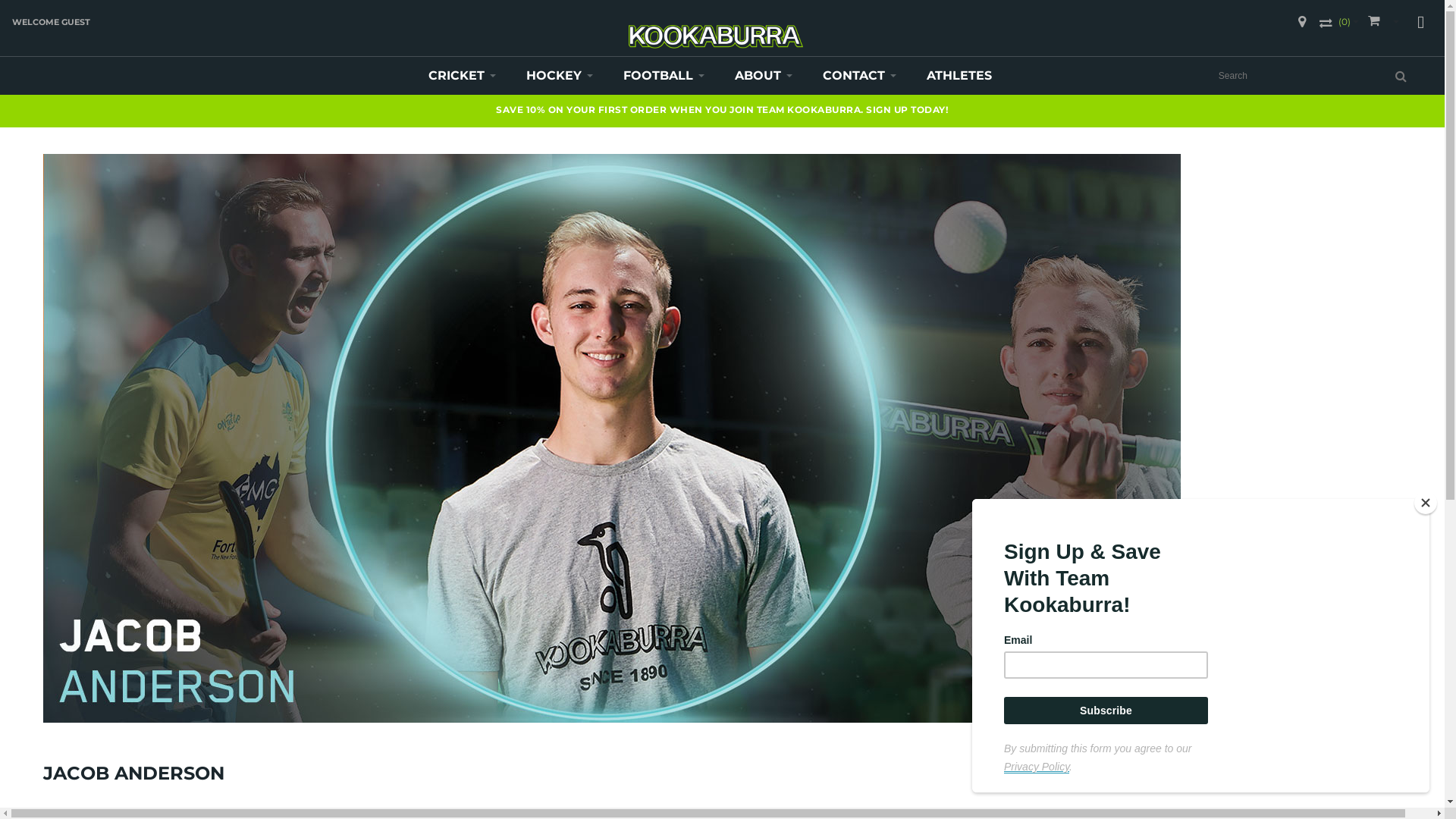 The width and height of the screenshot is (1456, 819). Describe the element at coordinates (959, 76) in the screenshot. I see `'ATHLETES'` at that location.